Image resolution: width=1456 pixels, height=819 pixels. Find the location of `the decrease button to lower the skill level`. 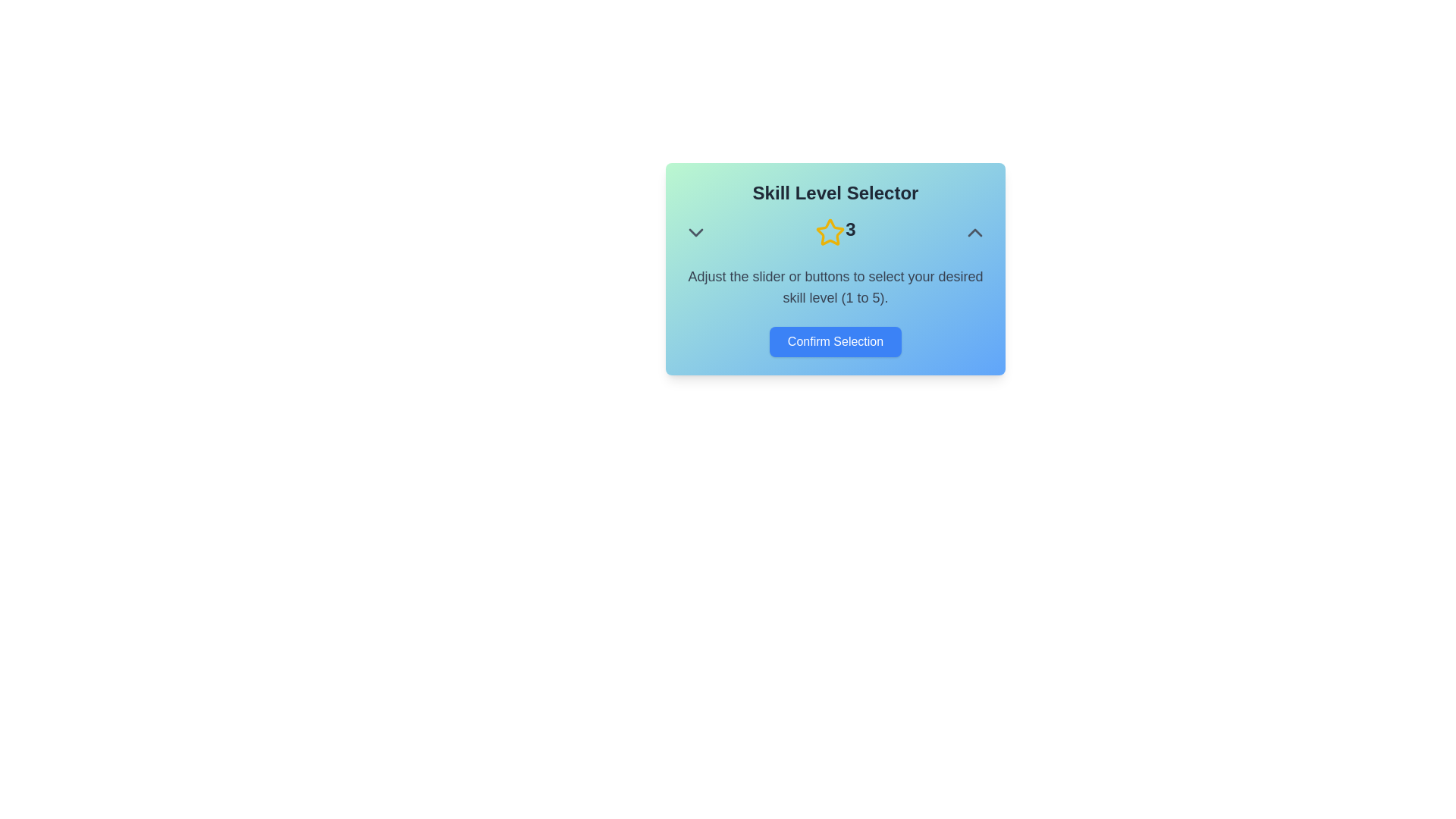

the decrease button to lower the skill level is located at coordinates (695, 233).